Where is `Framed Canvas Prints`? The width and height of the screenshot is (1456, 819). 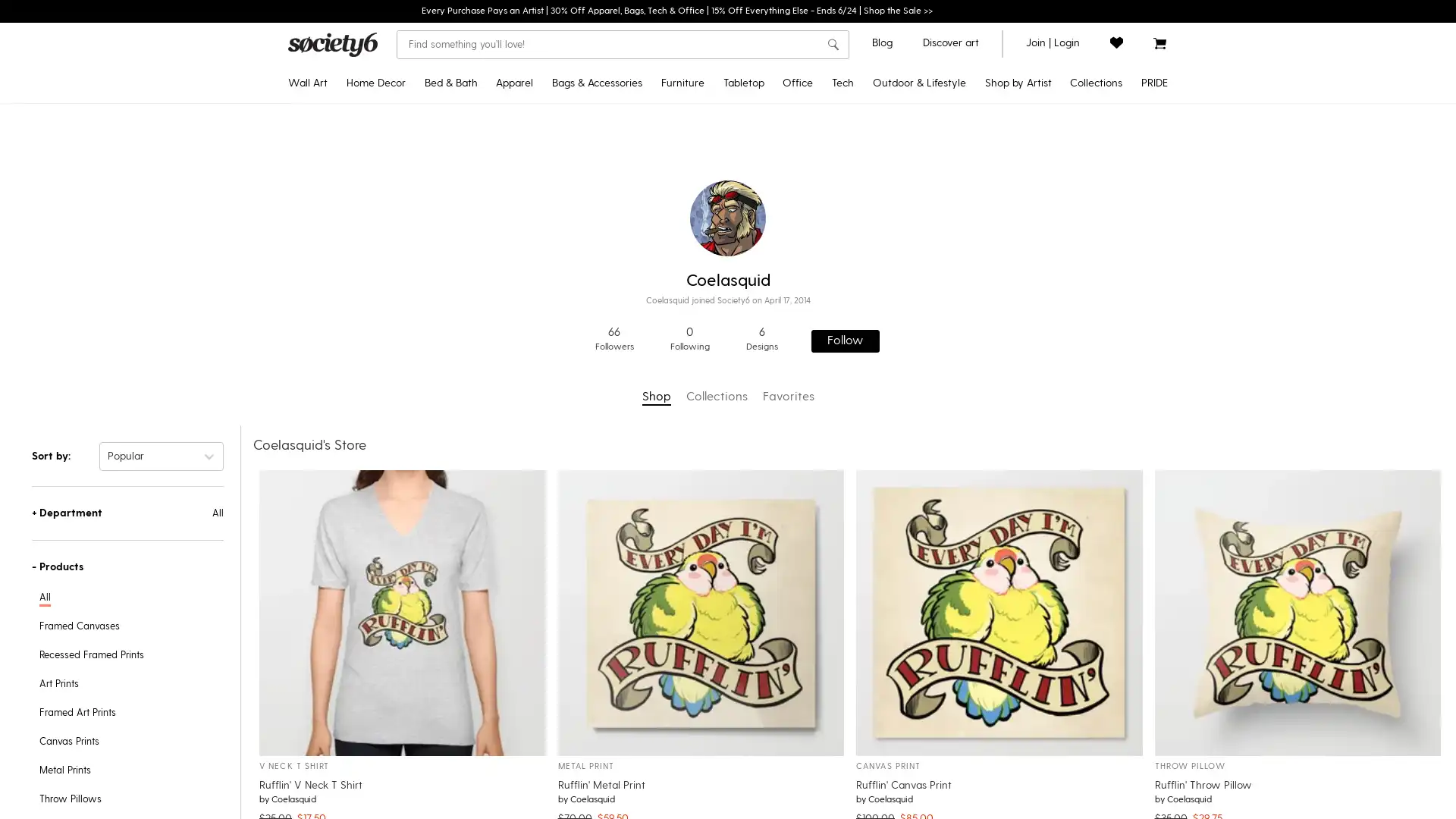
Framed Canvas Prints is located at coordinates (356, 219).